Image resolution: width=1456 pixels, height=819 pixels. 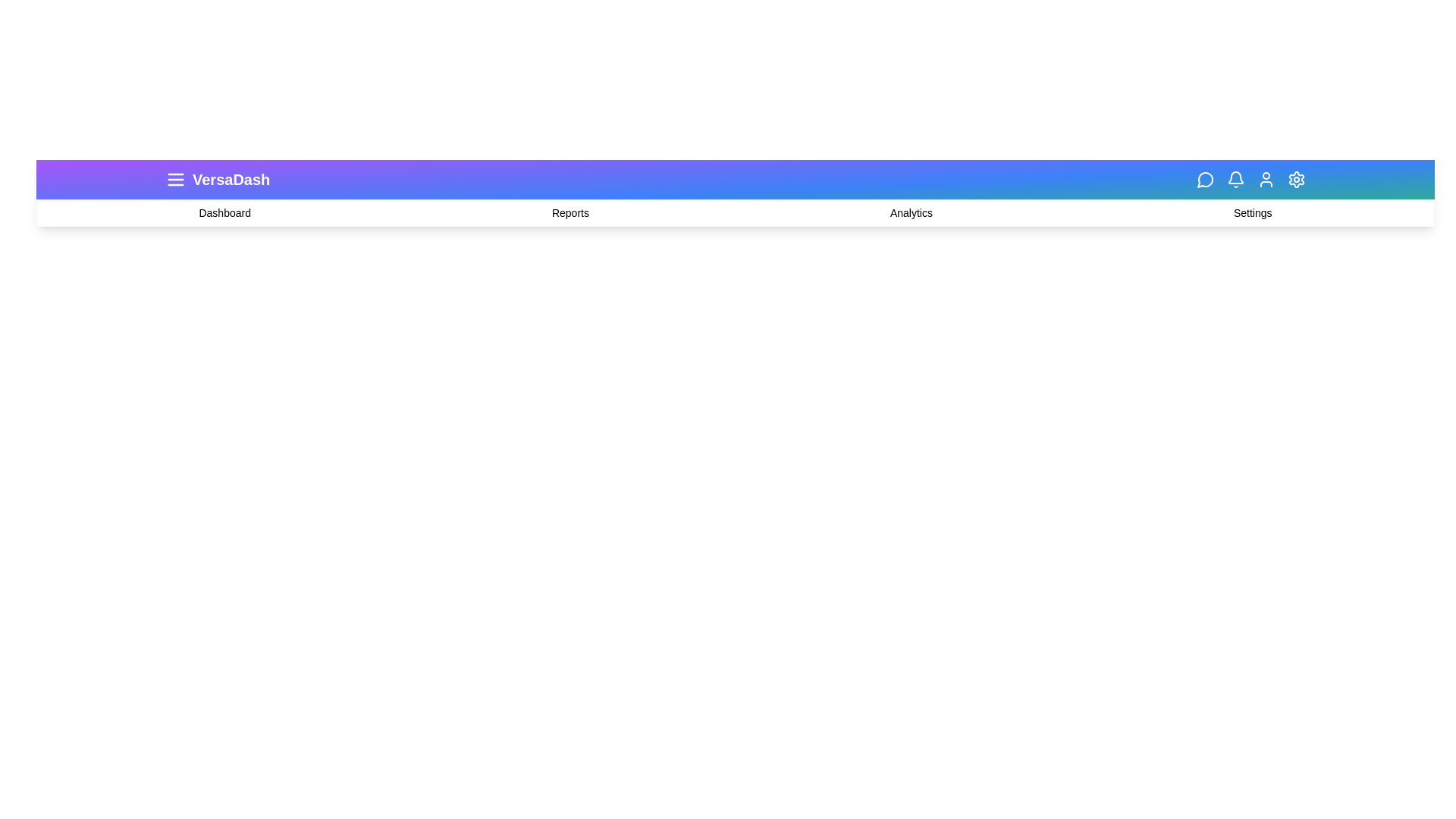 I want to click on the 'Bell' icon to trigger its associated action, so click(x=1236, y=178).